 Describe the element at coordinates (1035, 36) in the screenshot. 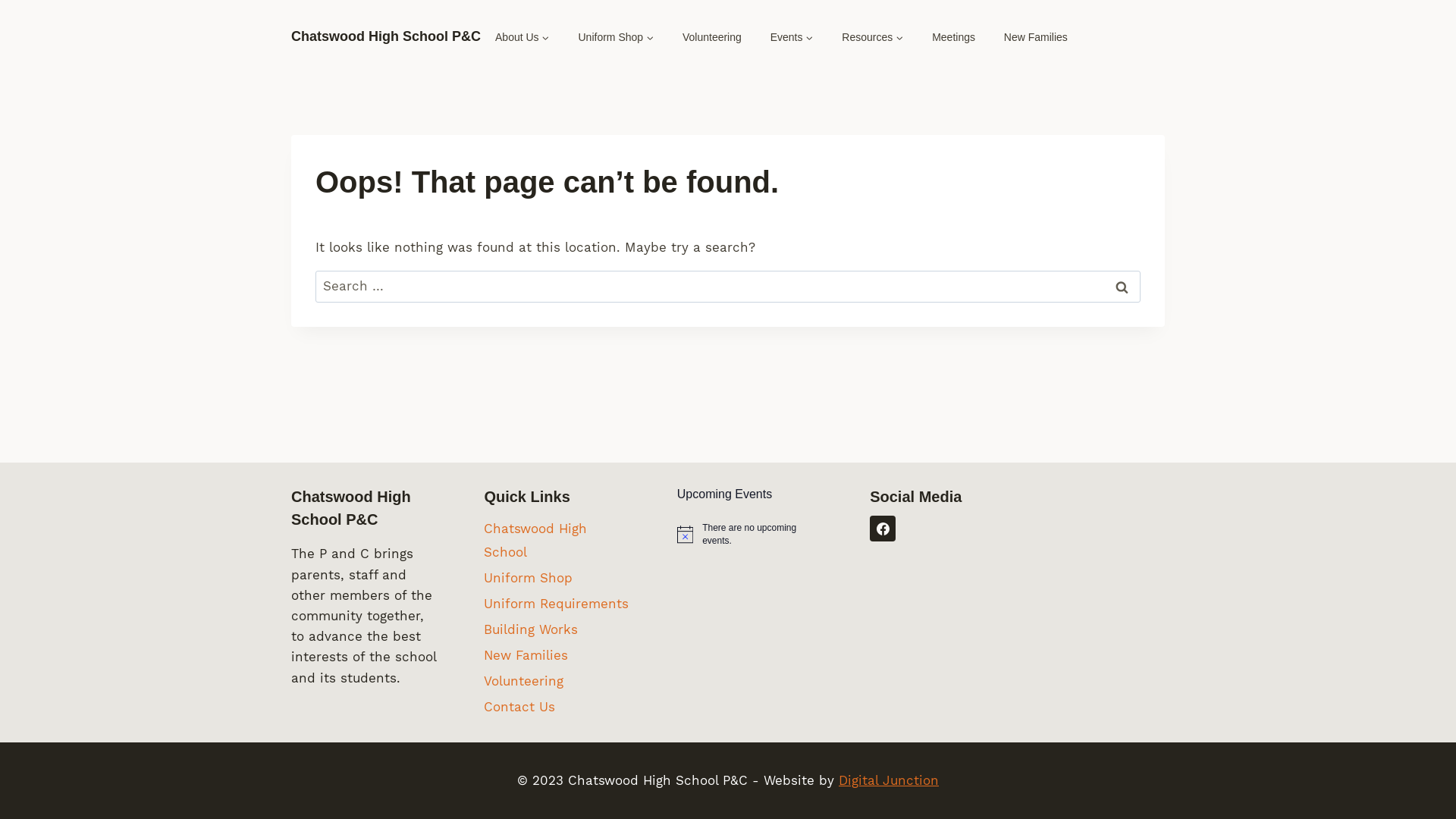

I see `'New Families'` at that location.